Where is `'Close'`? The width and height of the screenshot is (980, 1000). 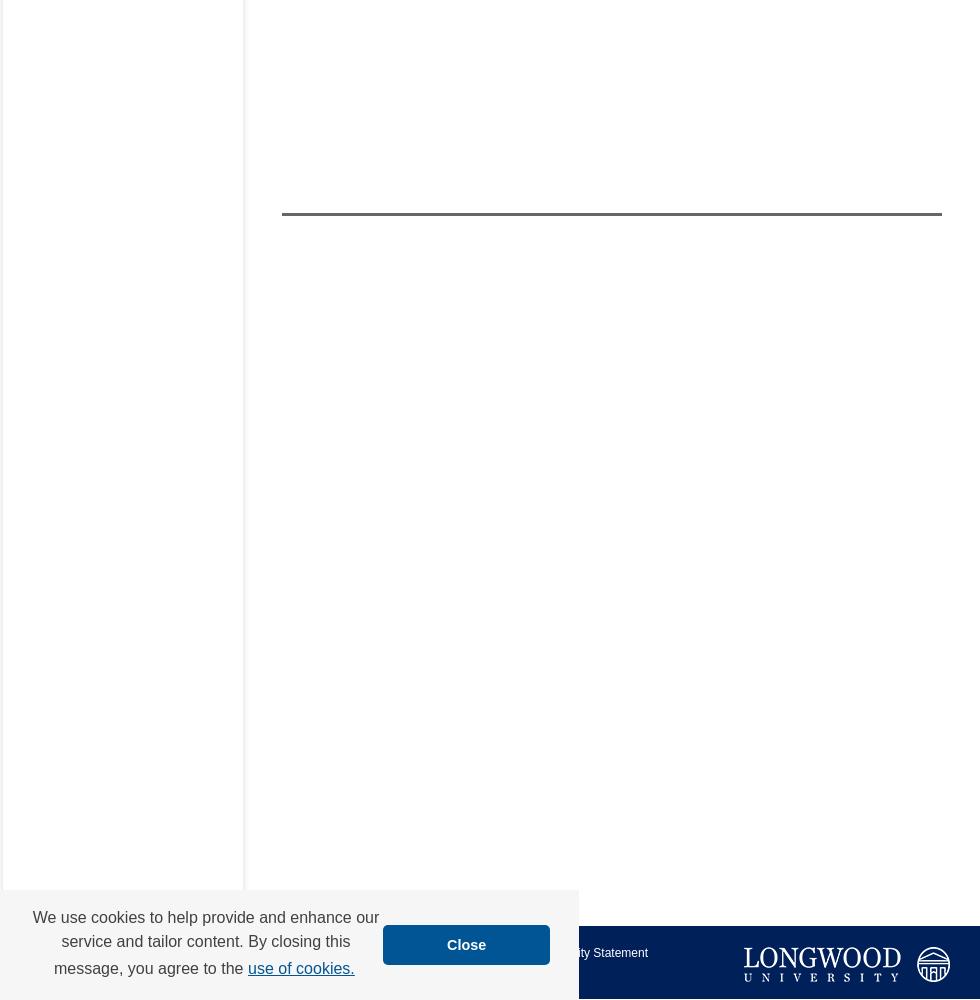
'Close' is located at coordinates (446, 943).